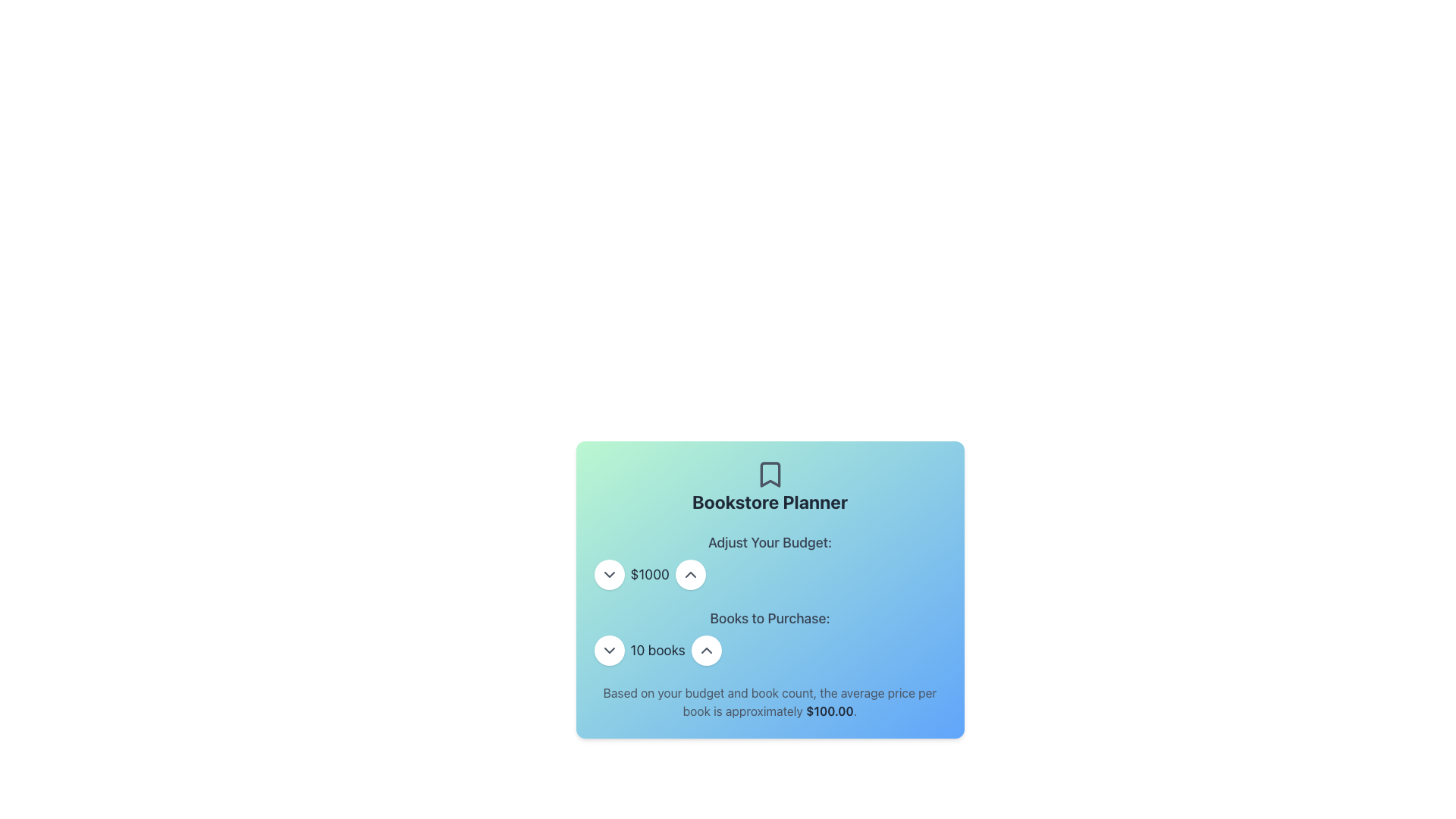 The width and height of the screenshot is (1456, 819). What do you see at coordinates (770, 502) in the screenshot?
I see `text displayed in the title section of the bookstore planning card, which is located at the top portion of the gradient background card, directly below the large bookmark icon` at bounding box center [770, 502].